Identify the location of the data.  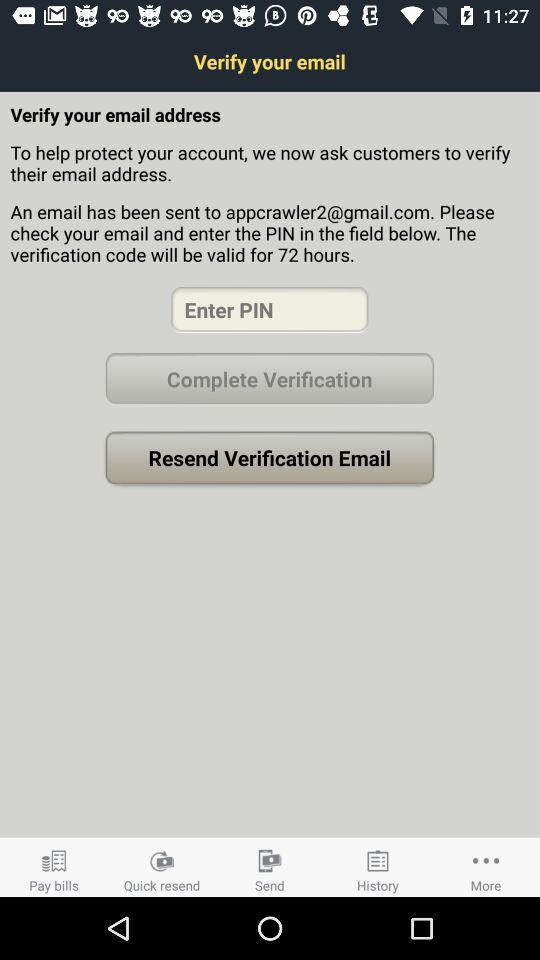
(269, 309).